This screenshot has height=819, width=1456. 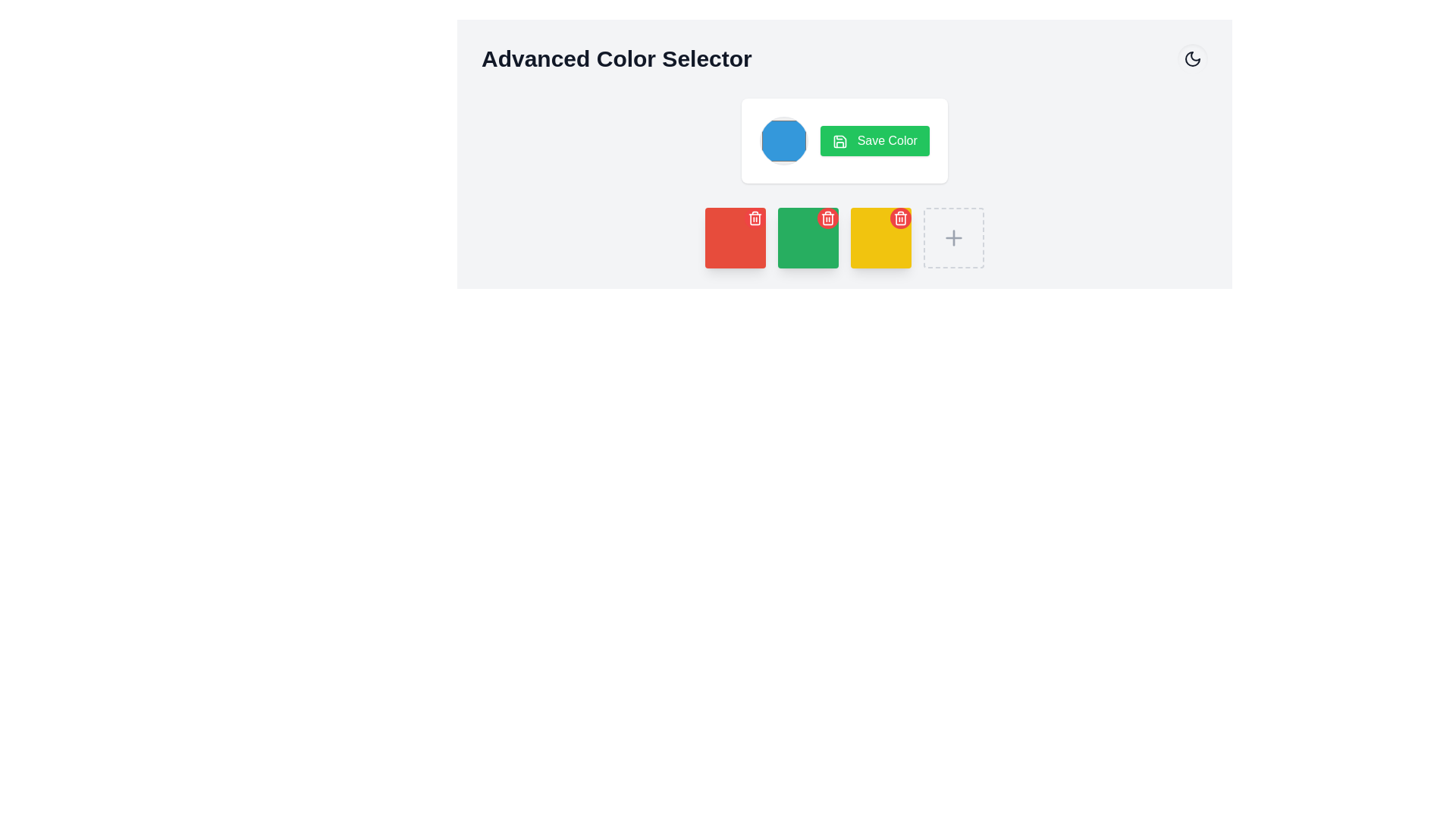 What do you see at coordinates (901, 218) in the screenshot?
I see `the small circular red button with a trash bin icon located at the top-right corner of the yellow square` at bounding box center [901, 218].